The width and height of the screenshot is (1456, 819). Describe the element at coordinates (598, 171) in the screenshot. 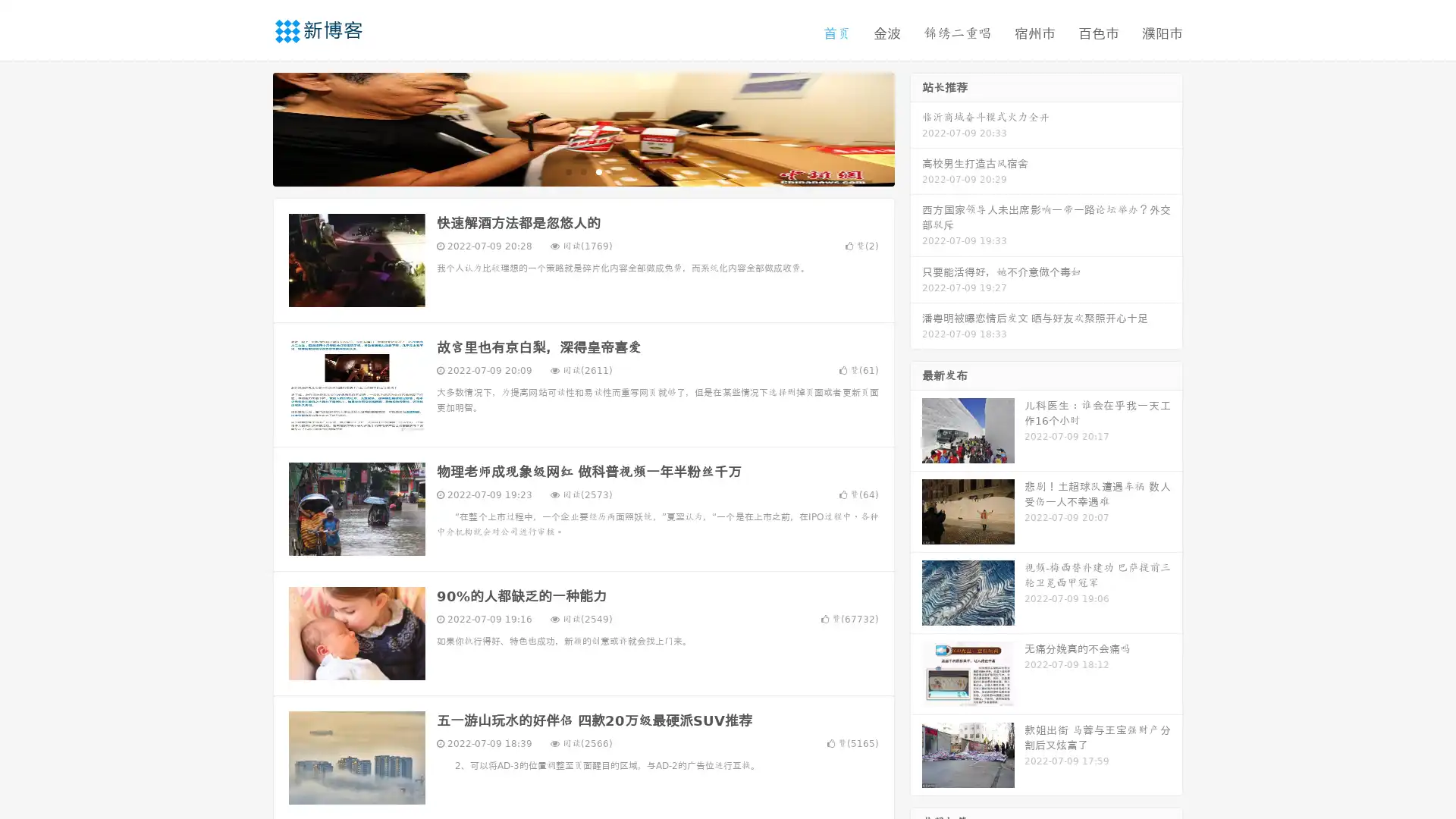

I see `Go to slide 3` at that location.